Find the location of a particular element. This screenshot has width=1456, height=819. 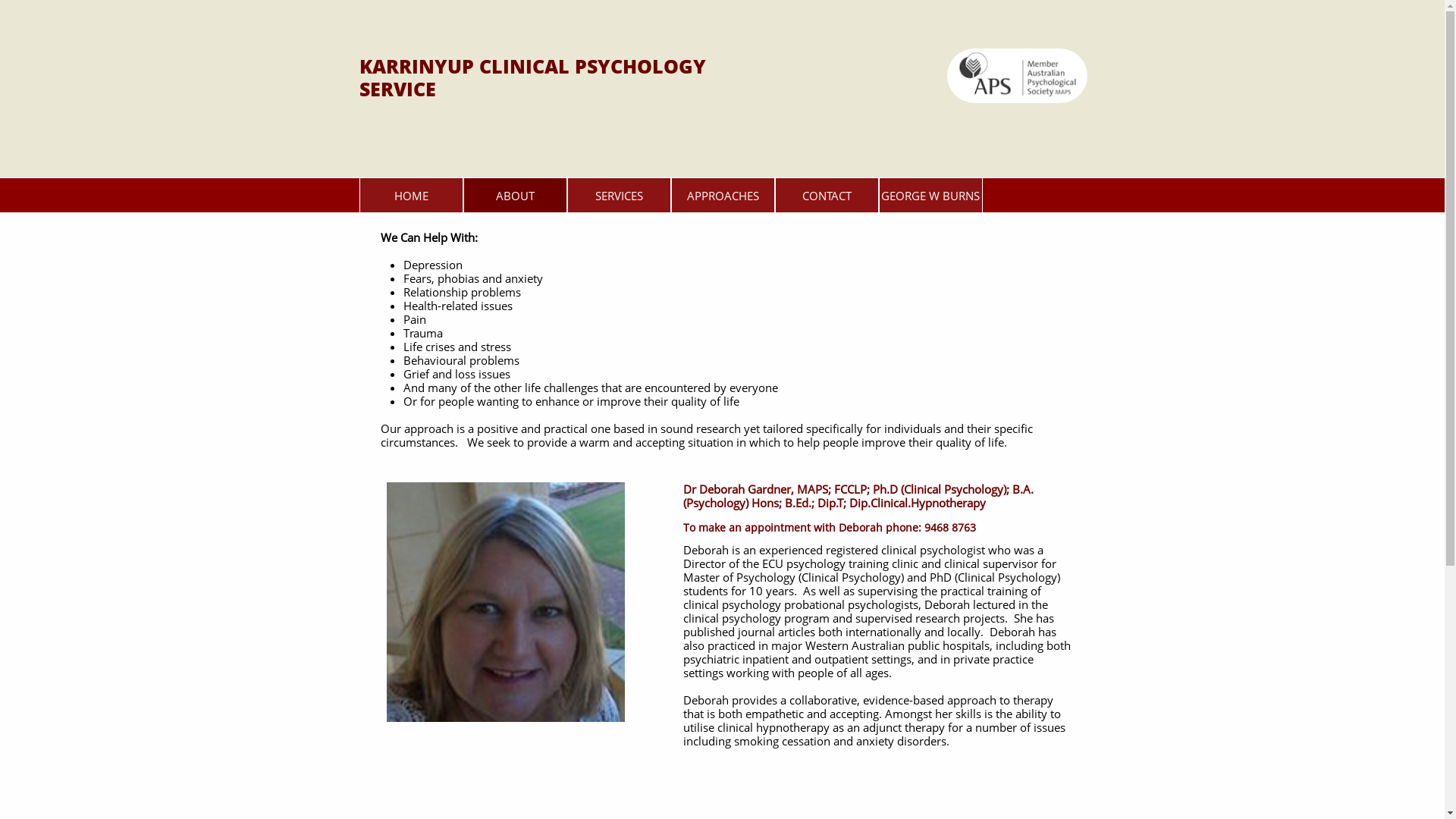

'SERVICES' is located at coordinates (619, 194).